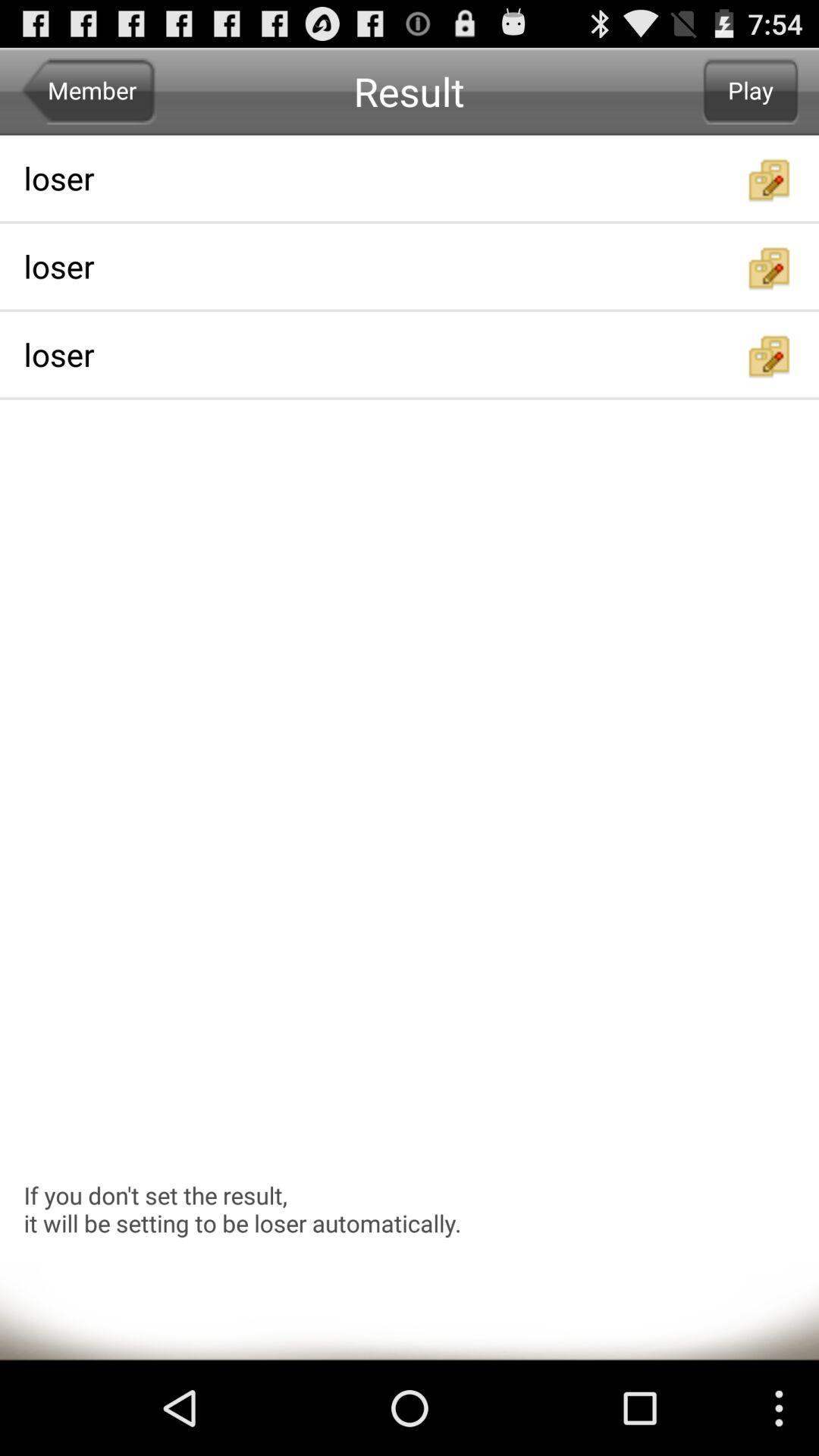 This screenshot has height=1456, width=819. What do you see at coordinates (770, 179) in the screenshot?
I see `copy` at bounding box center [770, 179].